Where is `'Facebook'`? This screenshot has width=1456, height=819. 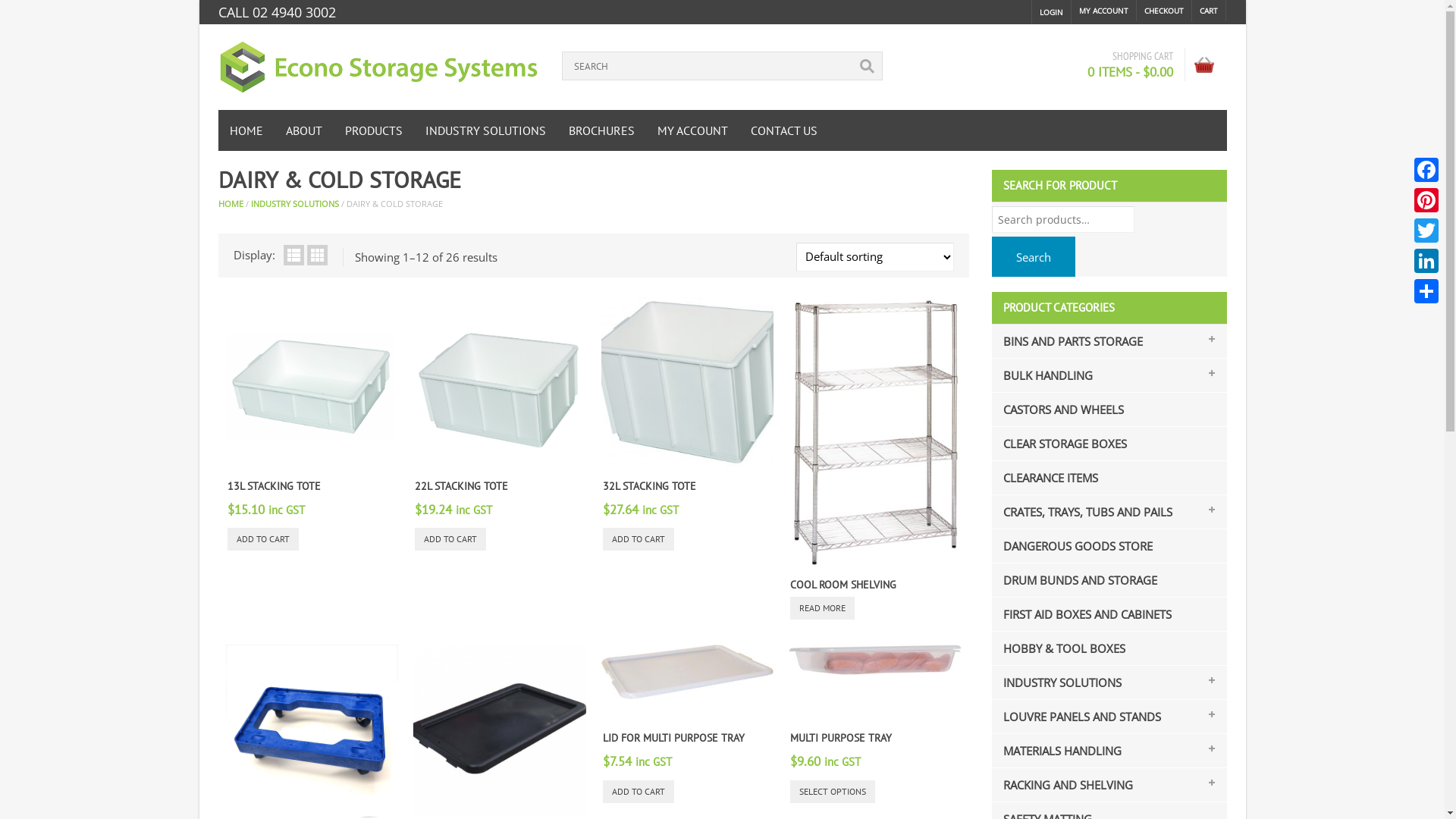 'Facebook' is located at coordinates (1426, 169).